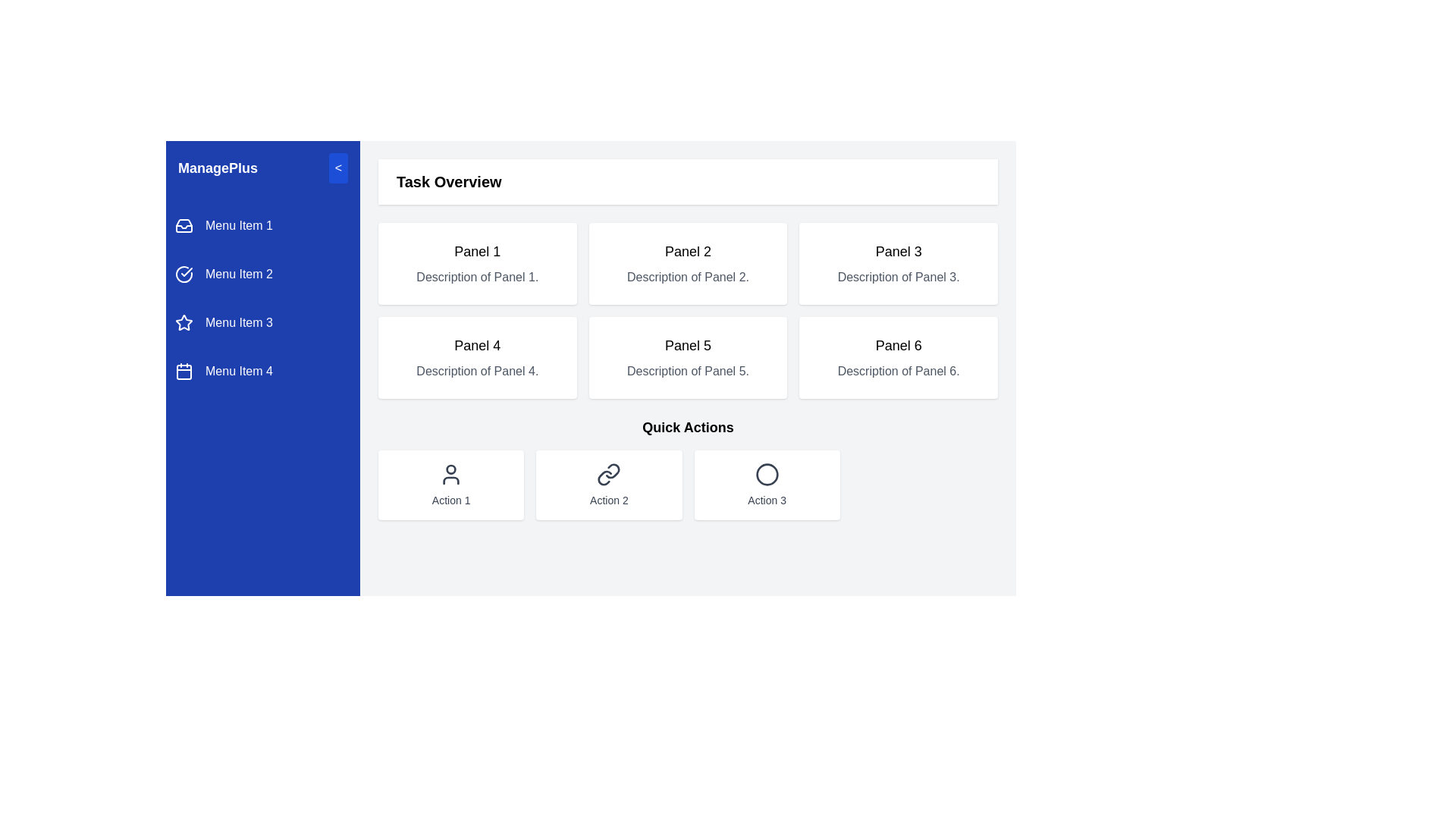 The image size is (1456, 819). I want to click on the static text label displaying 'Description of Panel 4.' located under the heading 'Panel 4' in the third card of the second row, so click(476, 371).